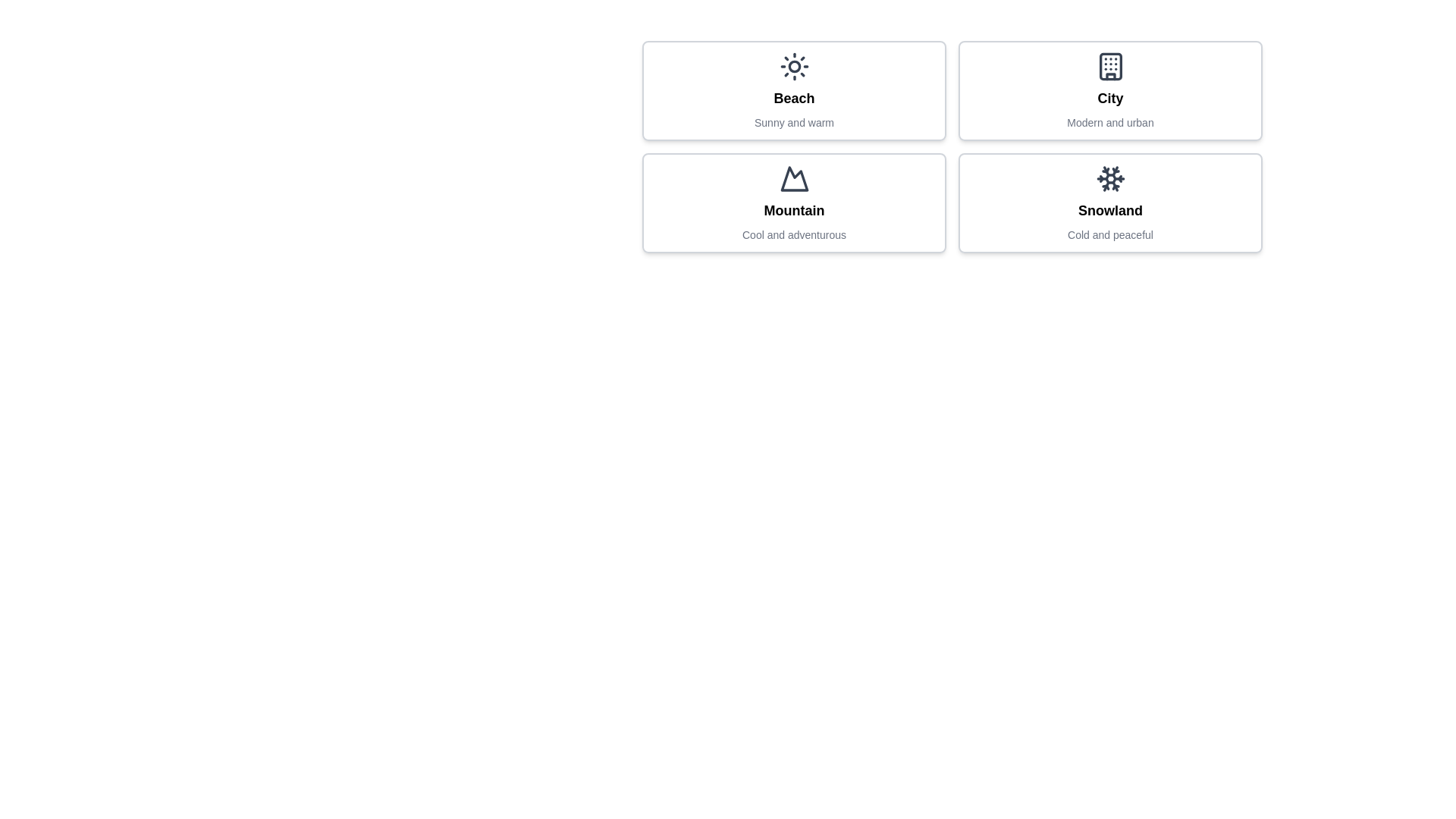 The height and width of the screenshot is (819, 1456). Describe the element at coordinates (793, 210) in the screenshot. I see `text label for the card titled 'Mountain', which is the third card in a grid layout, positioned below the 'Beach' card and to the left of the 'Snowland' card` at that location.